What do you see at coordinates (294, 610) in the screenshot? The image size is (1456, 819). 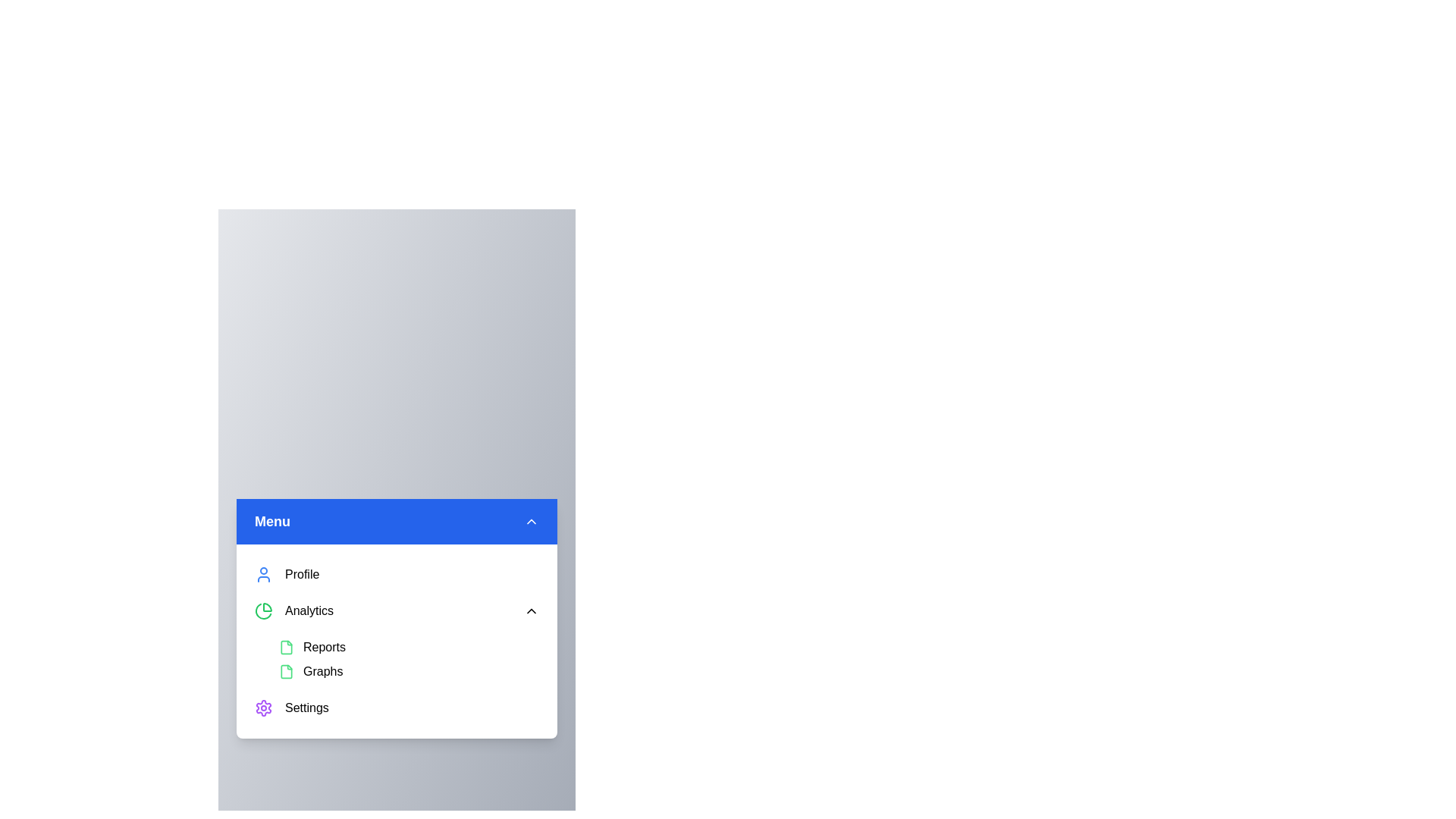 I see `the 'Analytics' menu item, which features a green pie-chart icon and is positioned second from the top in the menu list` at bounding box center [294, 610].